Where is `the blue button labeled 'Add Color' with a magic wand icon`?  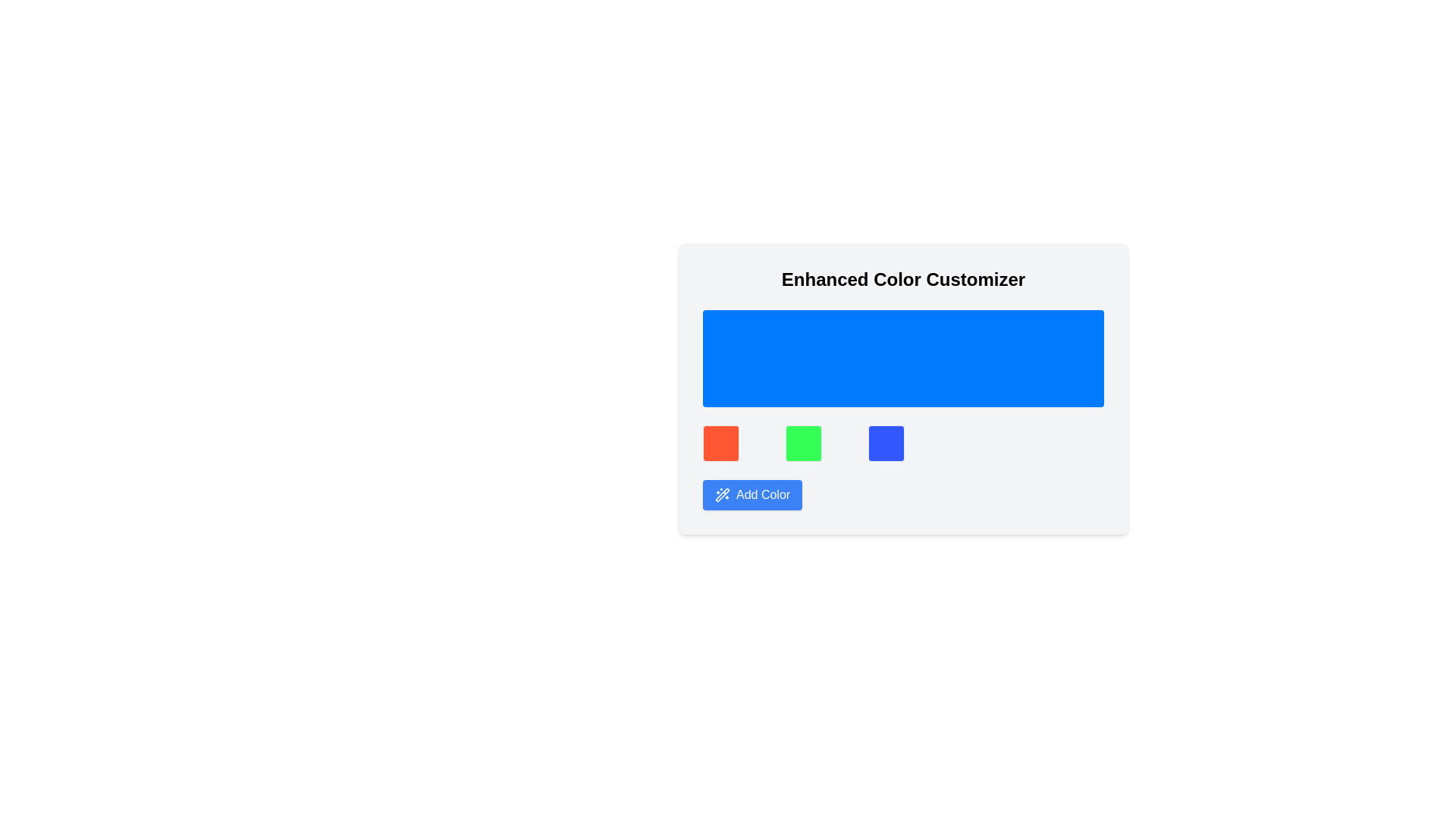
the blue button labeled 'Add Color' with a magic wand icon is located at coordinates (752, 494).